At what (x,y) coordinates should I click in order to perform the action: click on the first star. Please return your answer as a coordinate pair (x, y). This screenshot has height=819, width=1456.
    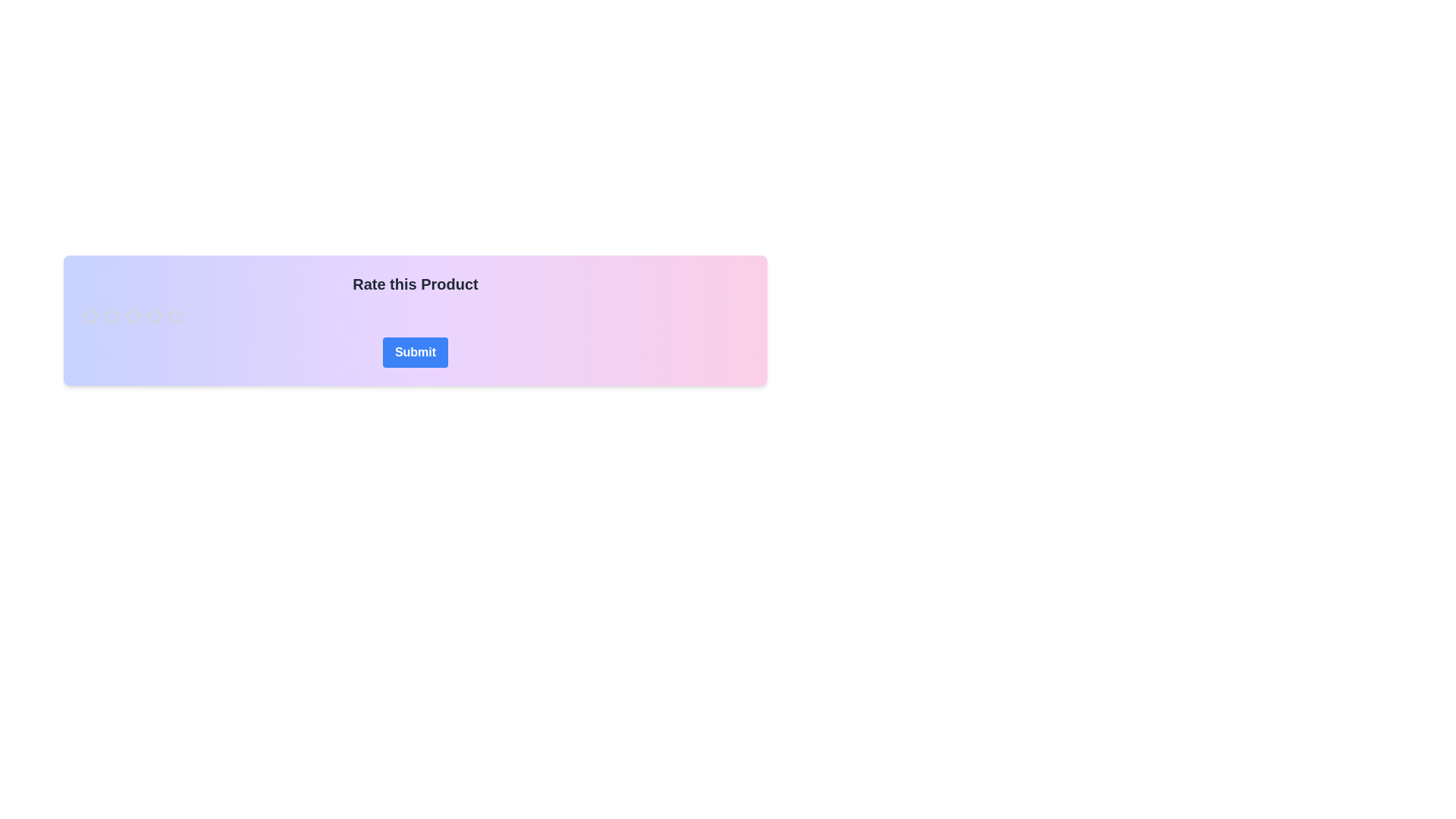
    Looking at the image, I should click on (154, 315).